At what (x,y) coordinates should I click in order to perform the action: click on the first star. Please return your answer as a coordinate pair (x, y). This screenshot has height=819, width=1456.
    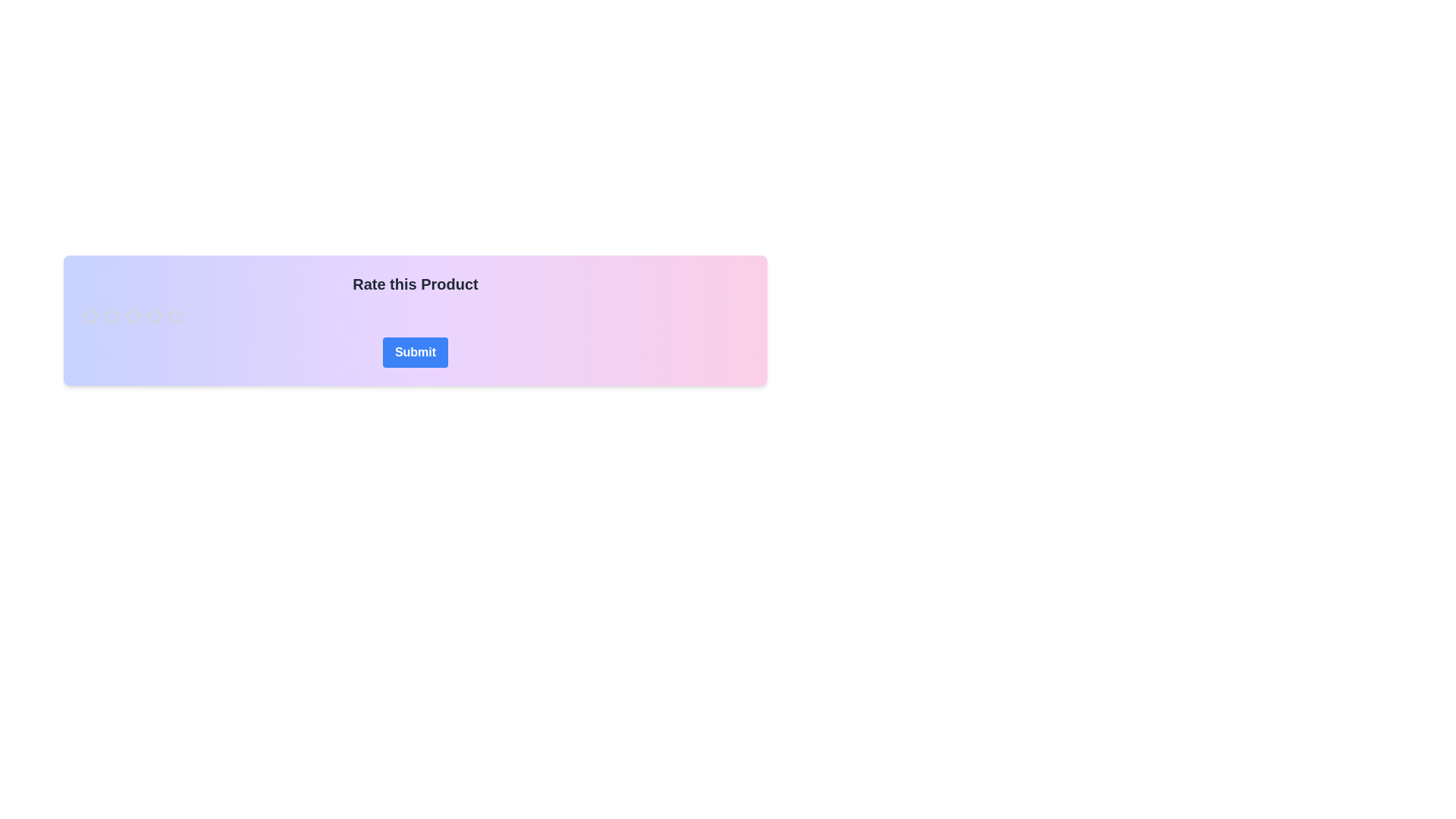
    Looking at the image, I should click on (154, 315).